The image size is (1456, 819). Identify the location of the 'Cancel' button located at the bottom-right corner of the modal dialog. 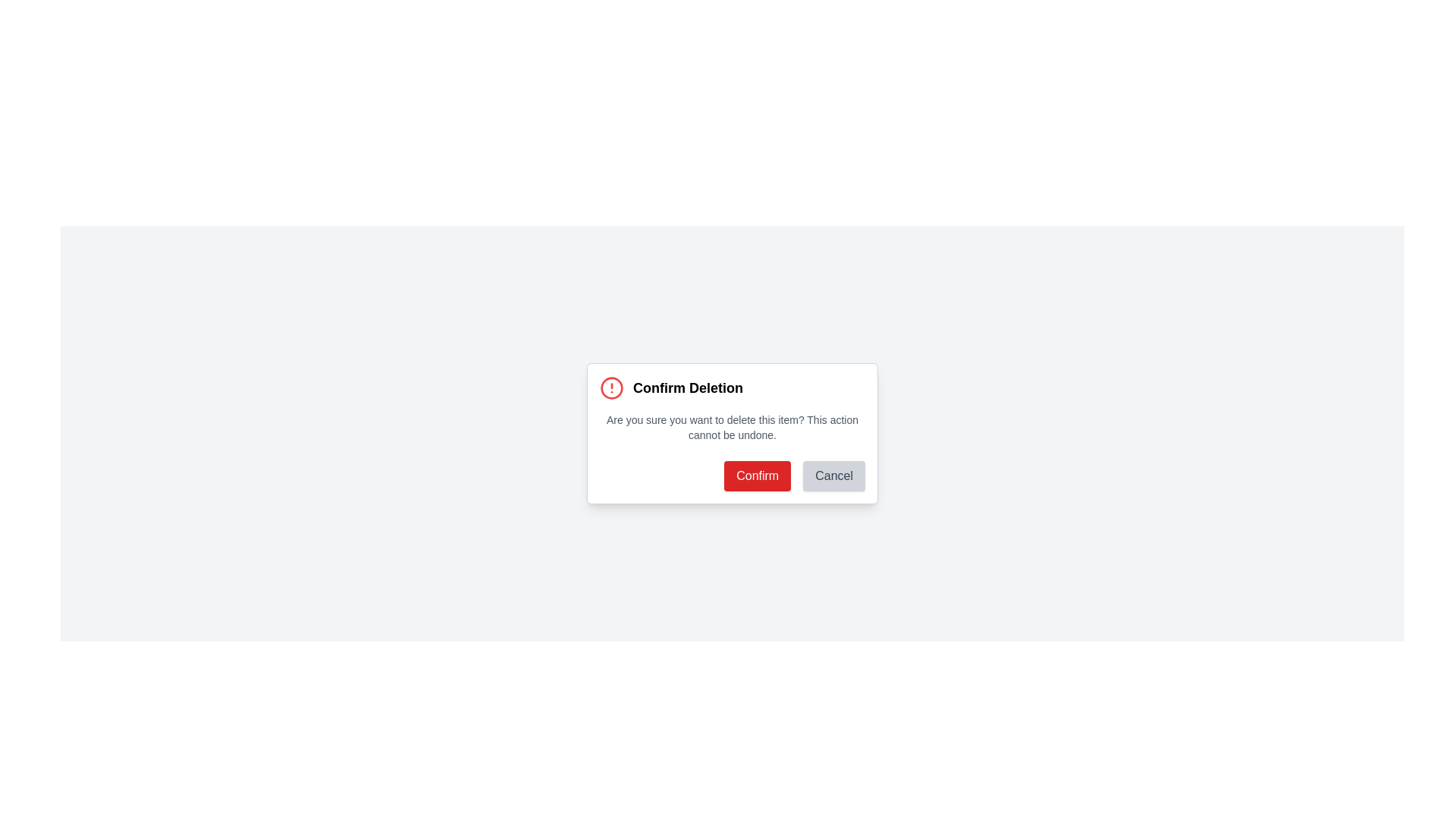
(833, 475).